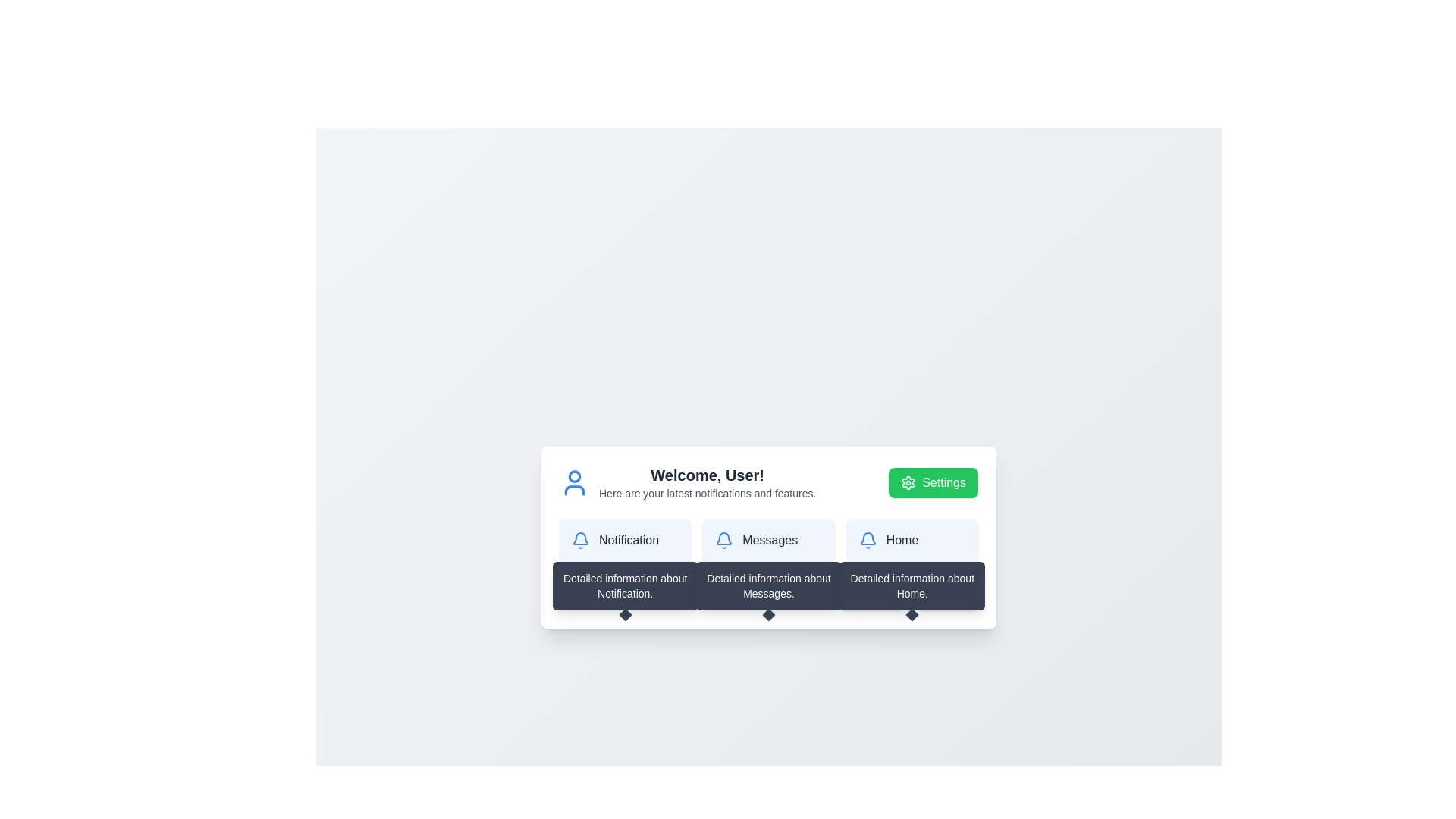  I want to click on the 'Home' text label which is the third item in a horizontal menu, styled with a sans-serif font in dark gray and accompanied by a blue bell icon on its left, so click(912, 540).